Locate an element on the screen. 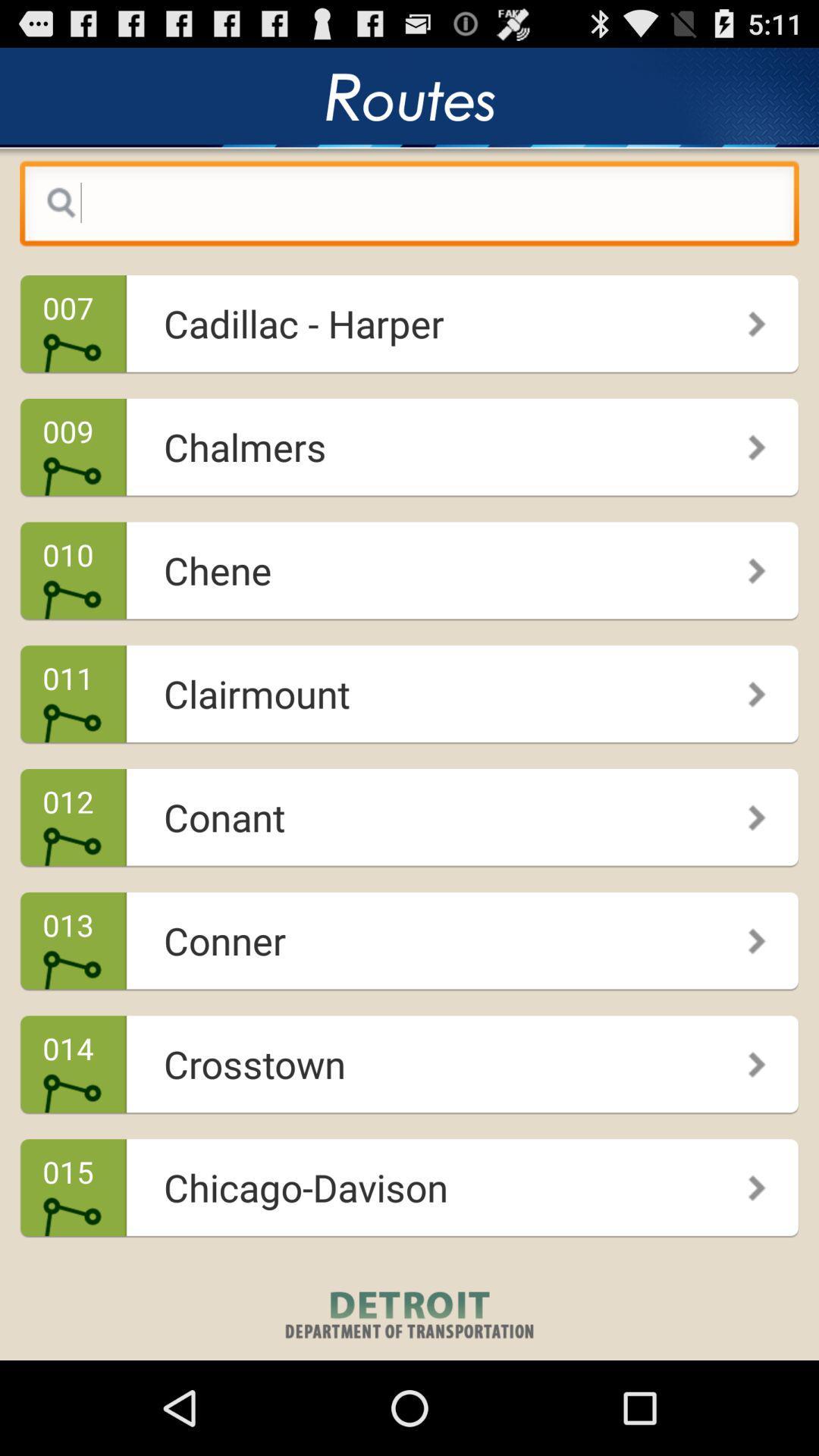  search is located at coordinates (409, 206).